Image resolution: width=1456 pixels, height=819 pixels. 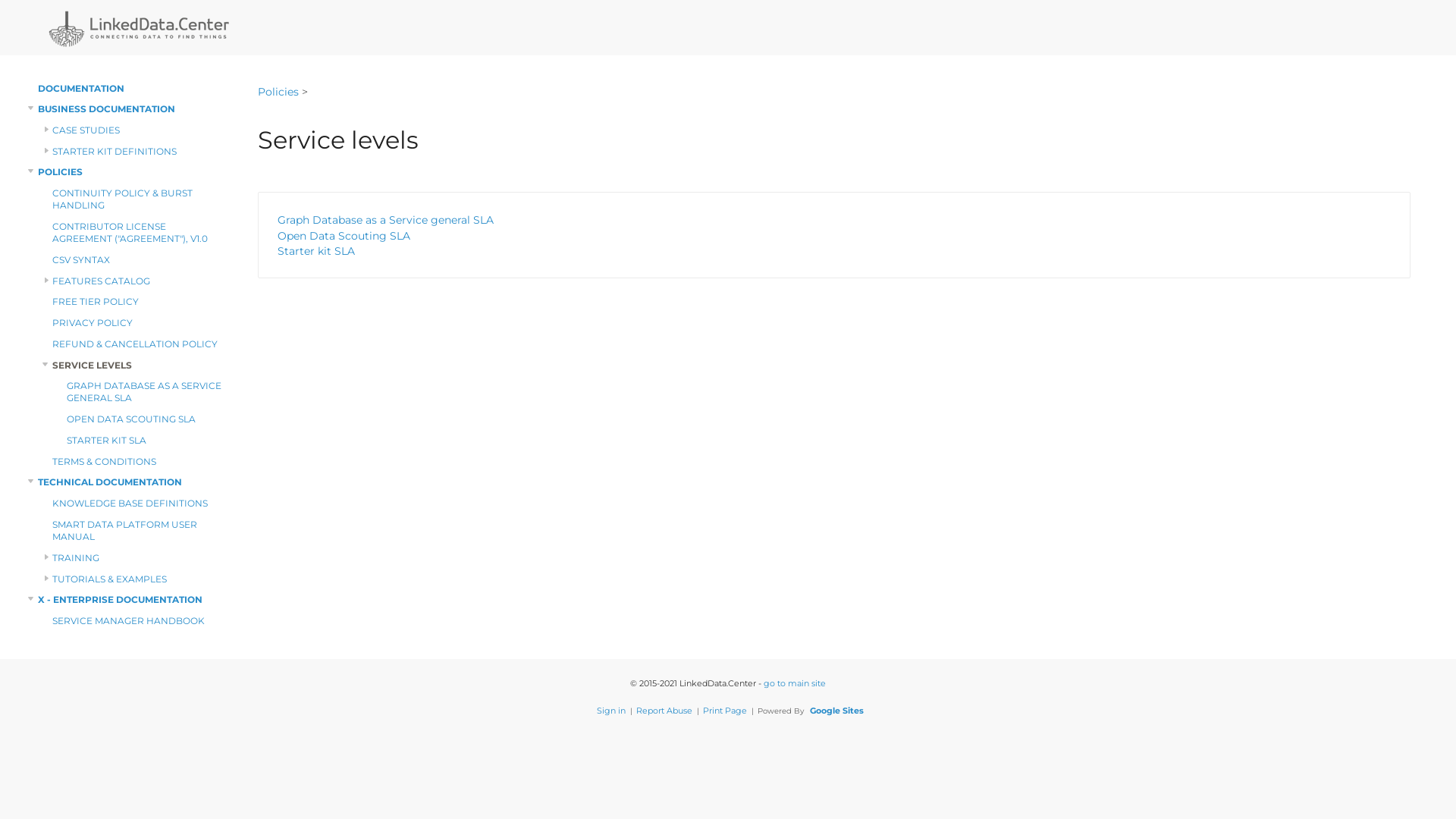 What do you see at coordinates (278, 79) in the screenshot?
I see `'Policies'` at bounding box center [278, 79].